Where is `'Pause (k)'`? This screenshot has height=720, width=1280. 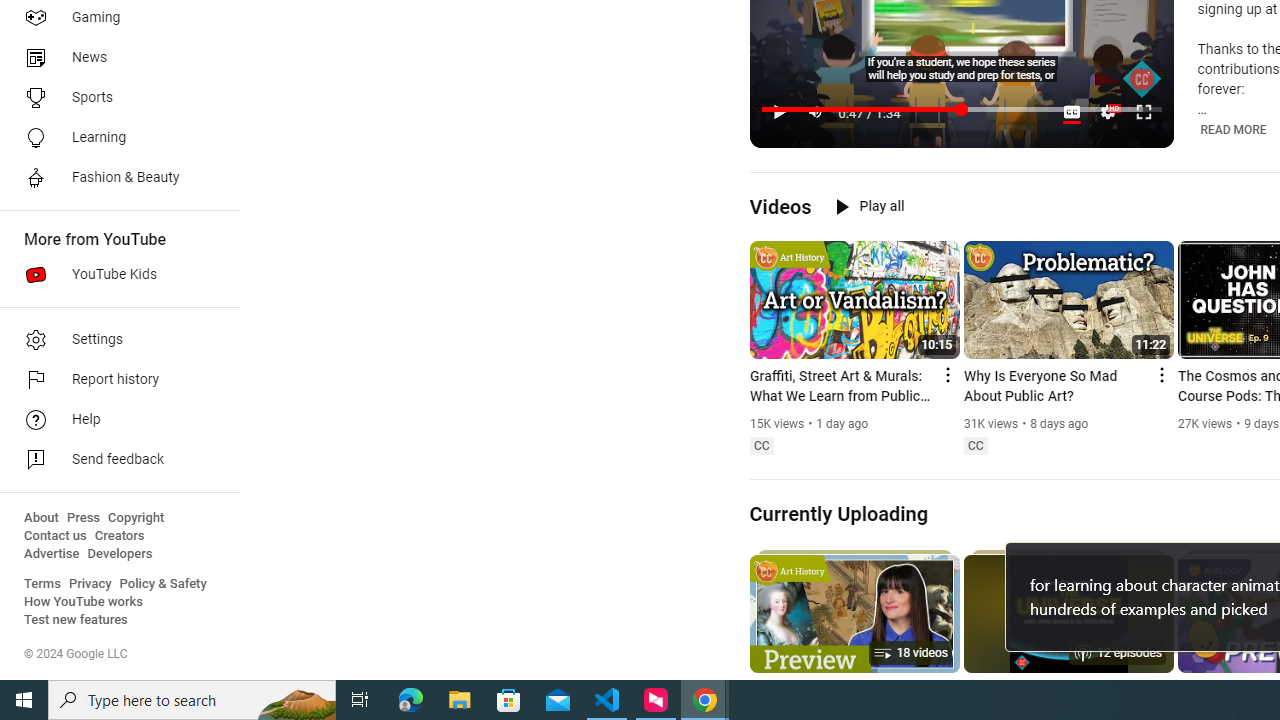
'Pause (k)' is located at coordinates (778, 112).